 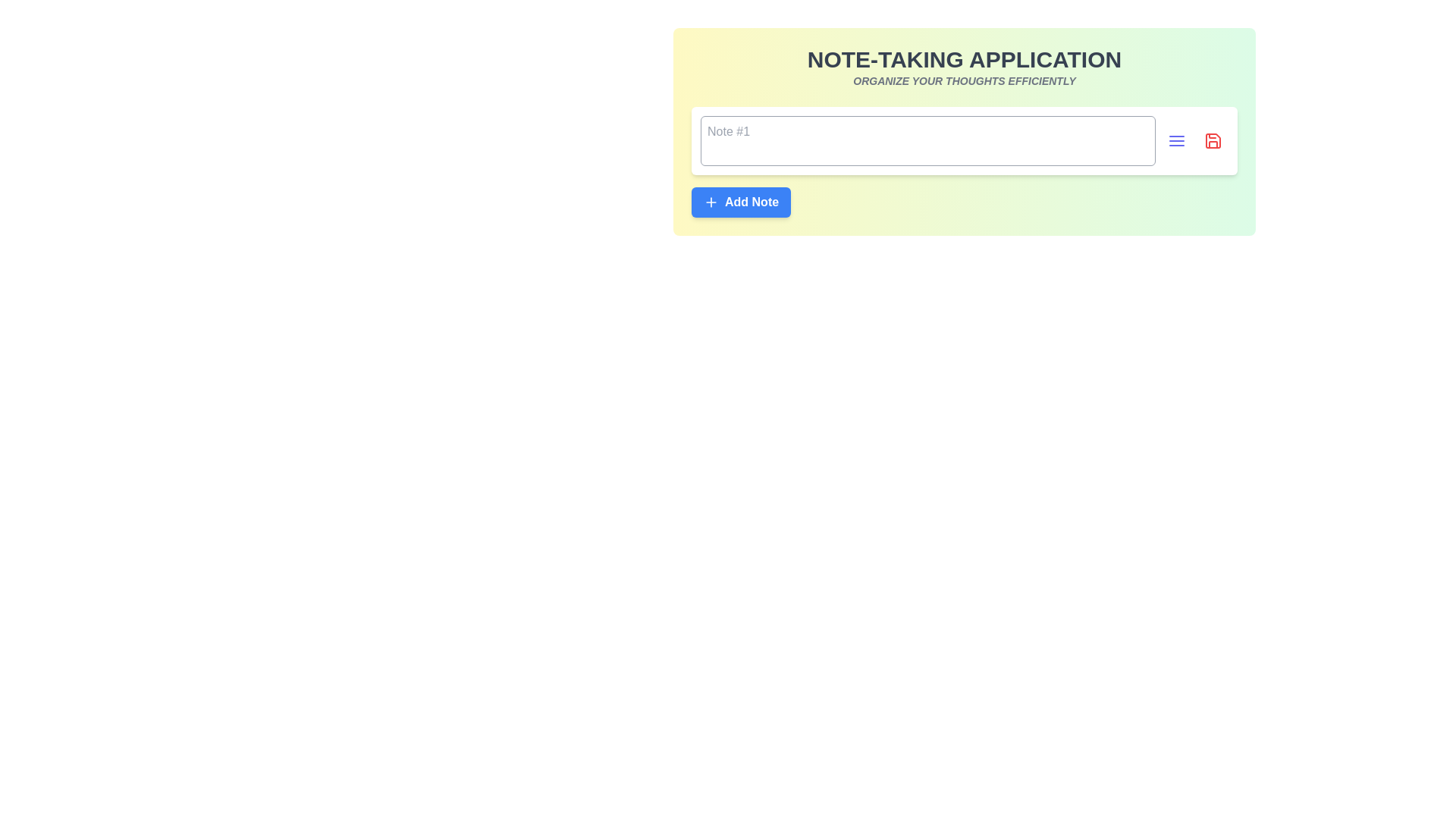 What do you see at coordinates (964, 81) in the screenshot?
I see `text label located just below the 'NOTE-TAKING APPLICATION' heading to gather contextual information about the application` at bounding box center [964, 81].